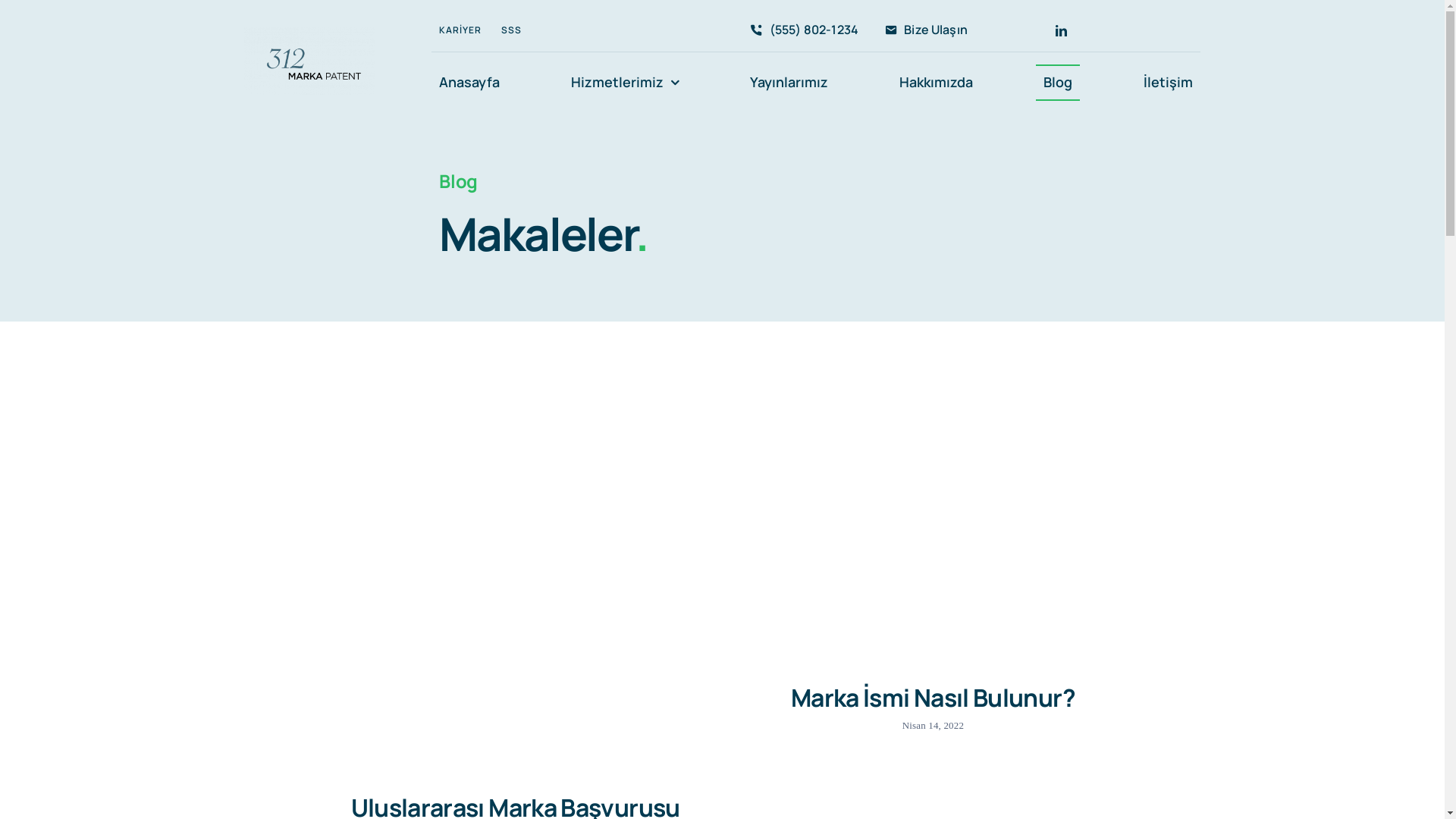  I want to click on 'SSS', so click(494, 30).